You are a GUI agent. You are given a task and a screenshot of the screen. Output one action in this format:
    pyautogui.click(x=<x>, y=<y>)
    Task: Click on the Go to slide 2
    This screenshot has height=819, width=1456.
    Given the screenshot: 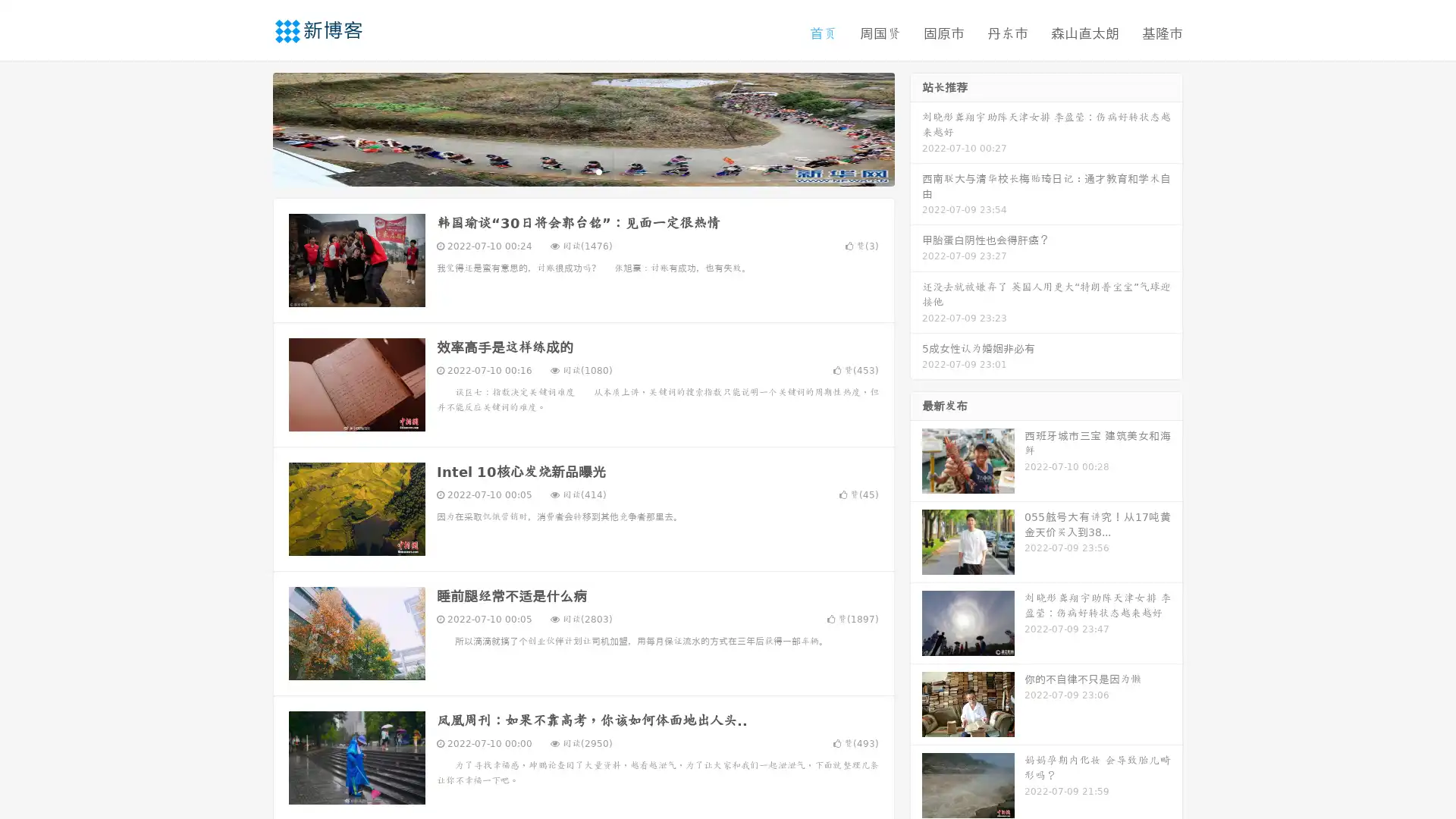 What is the action you would take?
    pyautogui.click(x=582, y=171)
    